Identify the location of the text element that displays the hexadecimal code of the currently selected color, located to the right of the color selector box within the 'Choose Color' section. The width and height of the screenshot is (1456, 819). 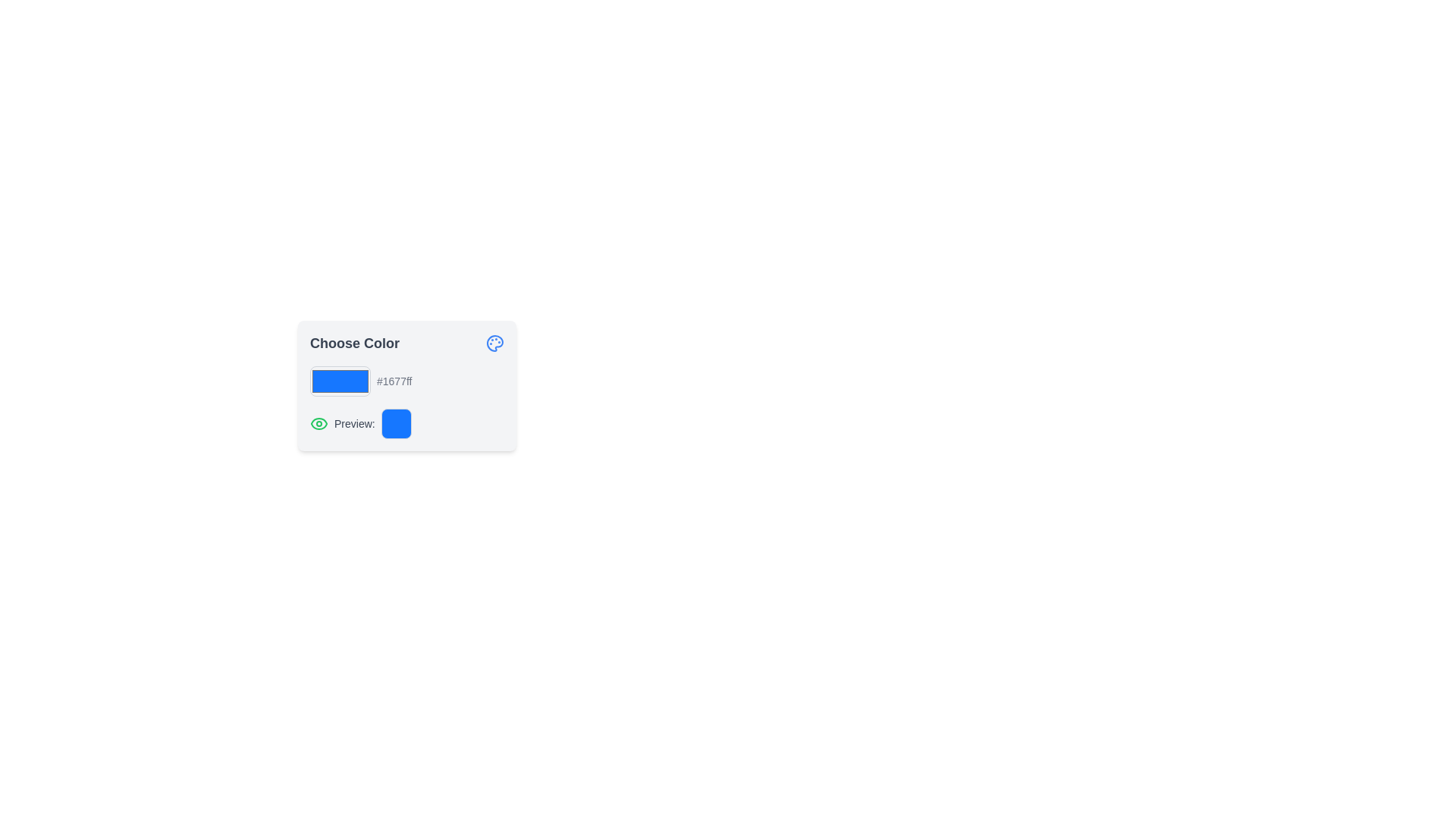
(394, 380).